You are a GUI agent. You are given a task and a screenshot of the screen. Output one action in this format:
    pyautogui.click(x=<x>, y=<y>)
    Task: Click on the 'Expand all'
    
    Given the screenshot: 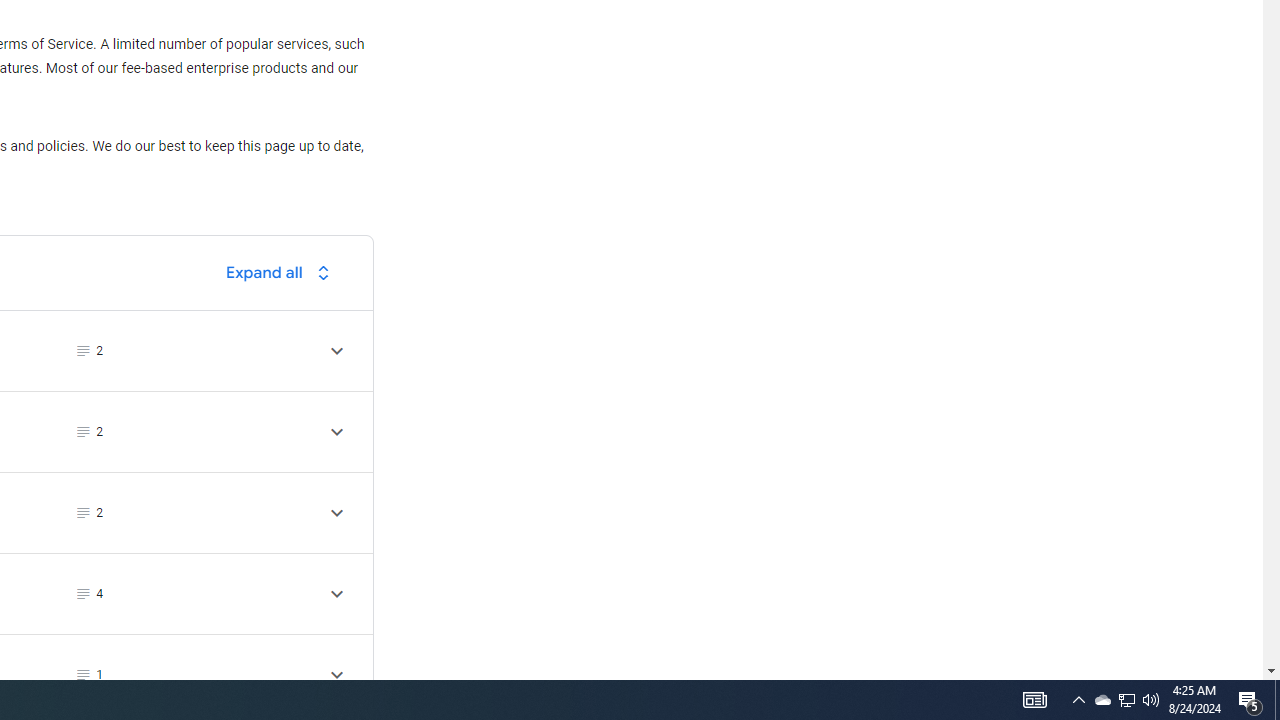 What is the action you would take?
    pyautogui.click(x=282, y=272)
    